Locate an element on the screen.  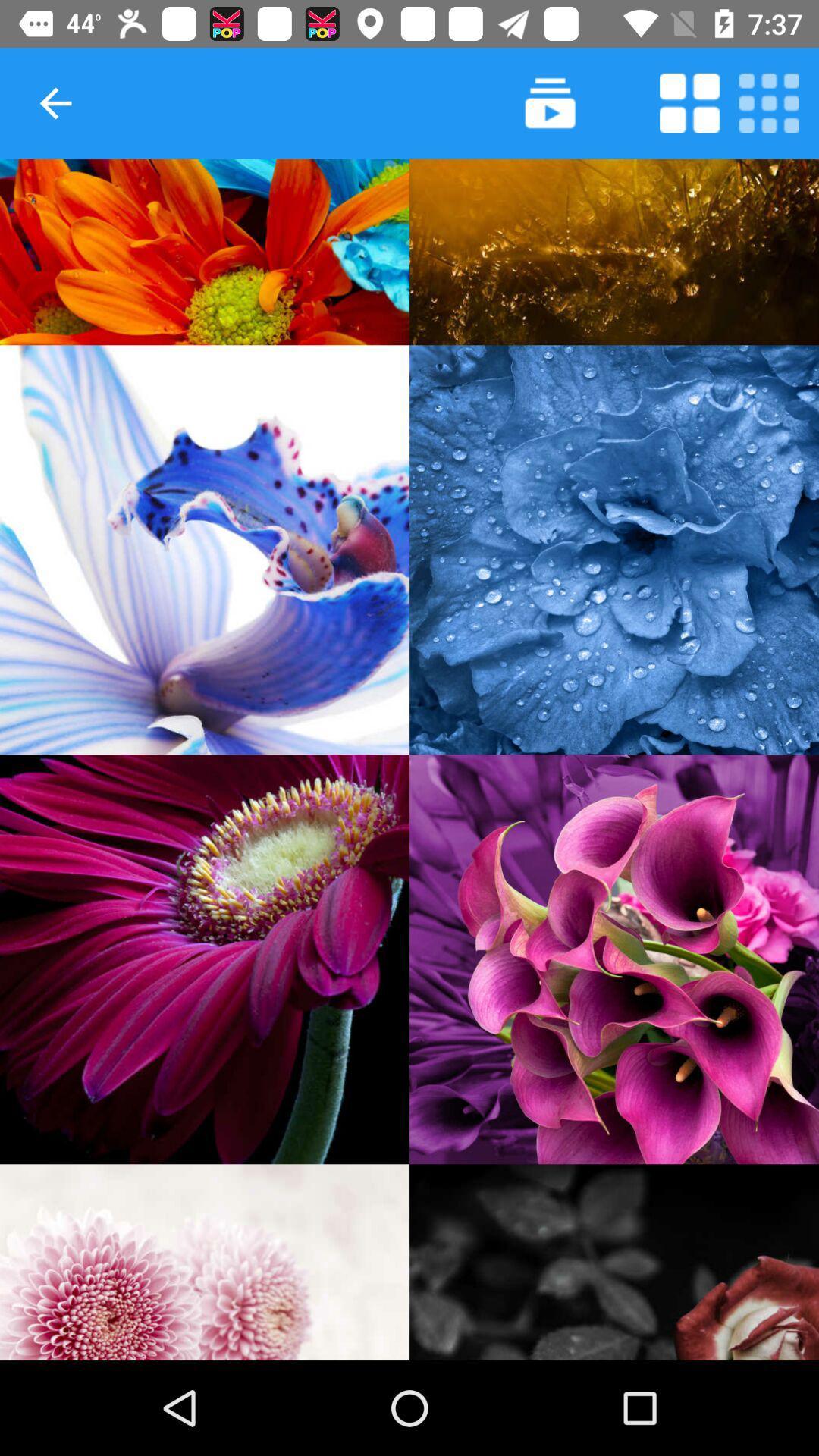
video is located at coordinates (550, 102).